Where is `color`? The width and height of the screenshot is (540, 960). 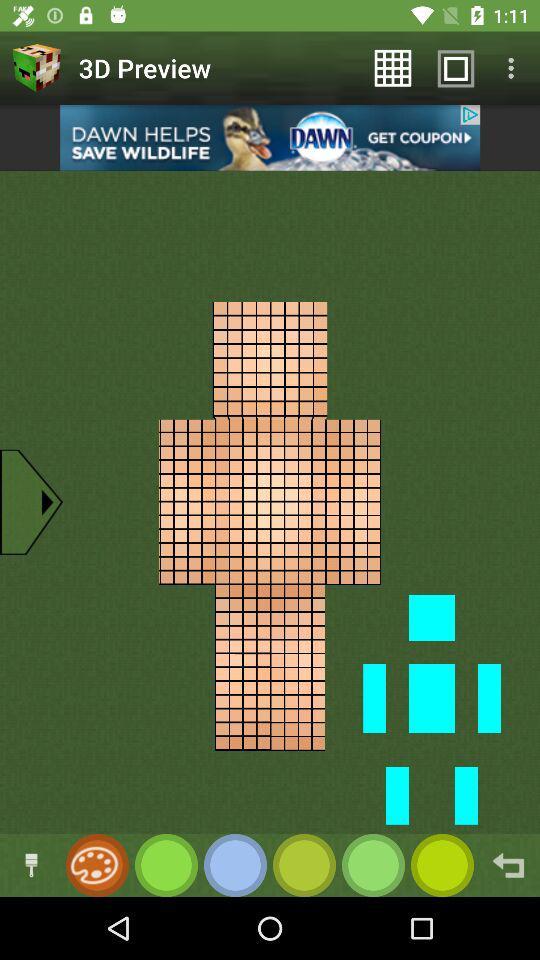
color is located at coordinates (373, 864).